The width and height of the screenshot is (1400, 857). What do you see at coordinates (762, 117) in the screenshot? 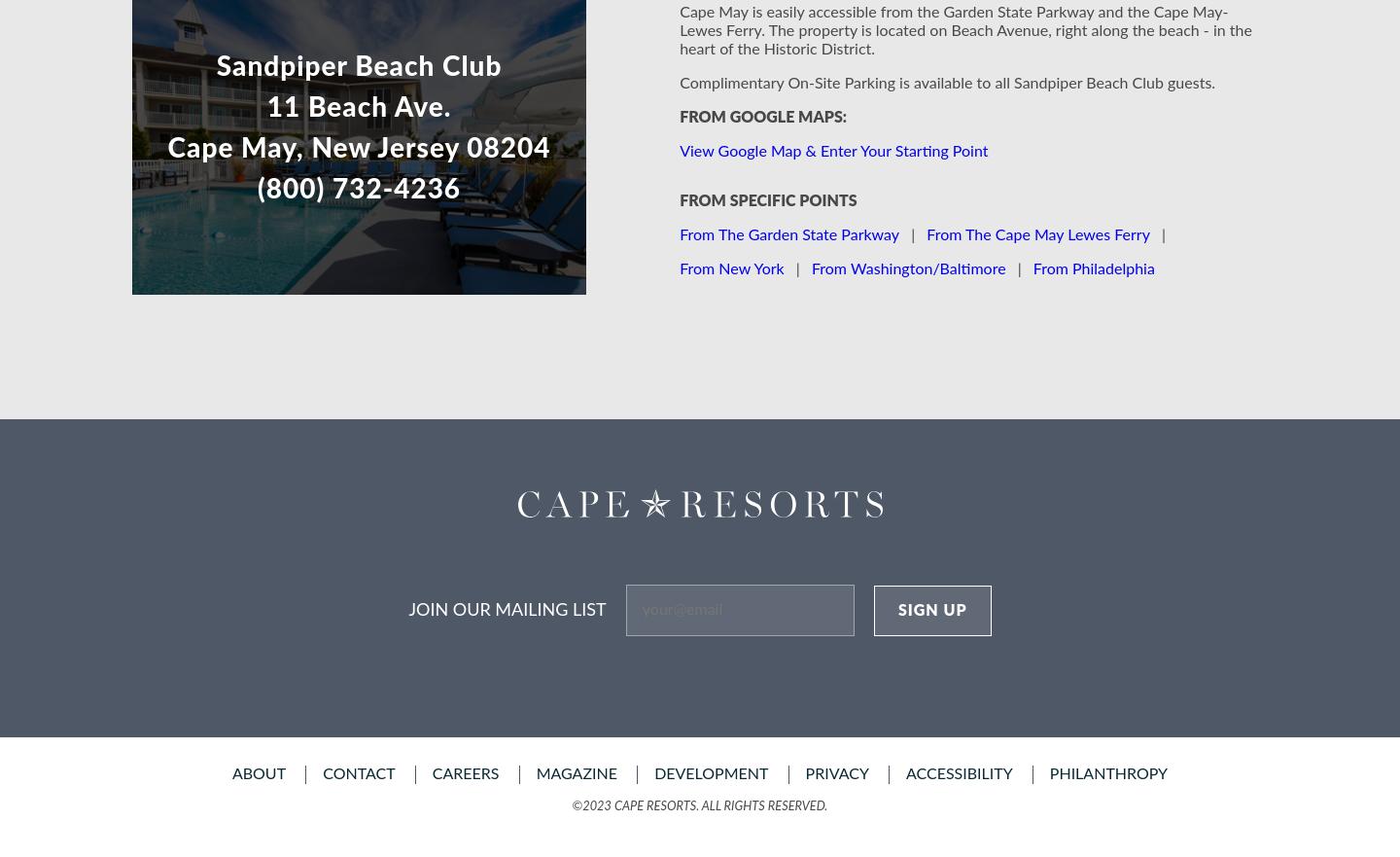
I see `'From Google Maps:'` at bounding box center [762, 117].